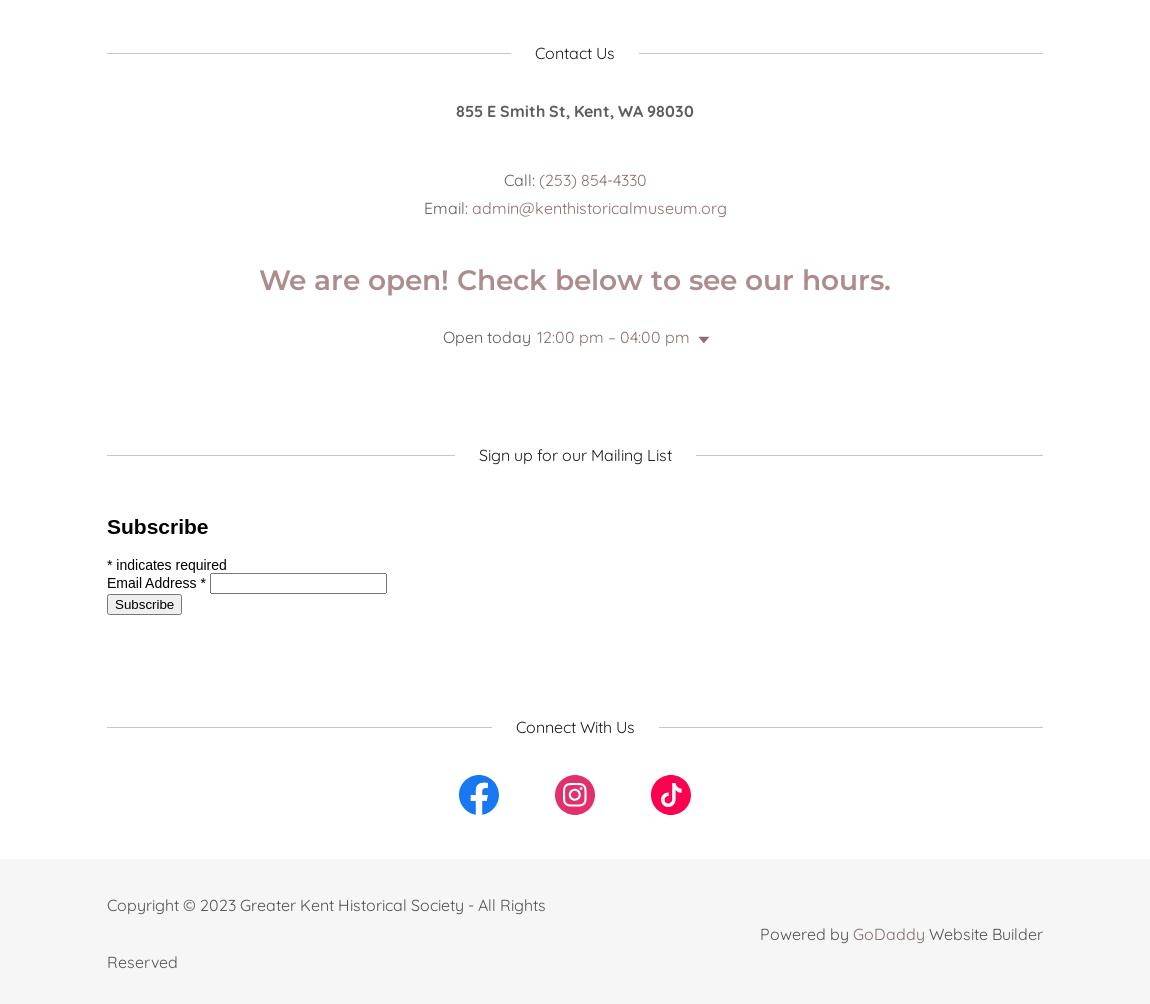 The image size is (1150, 1004). What do you see at coordinates (591, 178) in the screenshot?
I see `'(253) 854-4330'` at bounding box center [591, 178].